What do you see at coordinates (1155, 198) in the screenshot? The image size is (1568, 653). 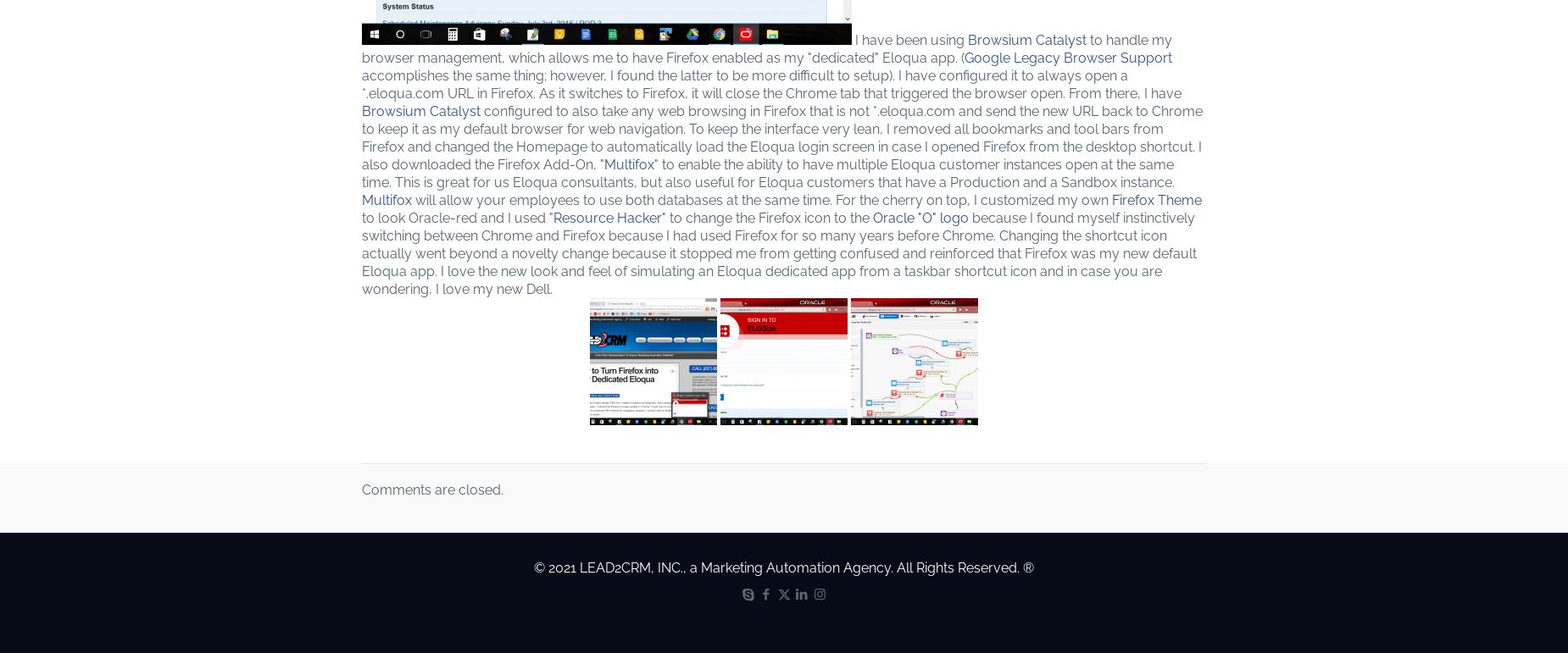 I see `'Firefox Theme'` at bounding box center [1155, 198].